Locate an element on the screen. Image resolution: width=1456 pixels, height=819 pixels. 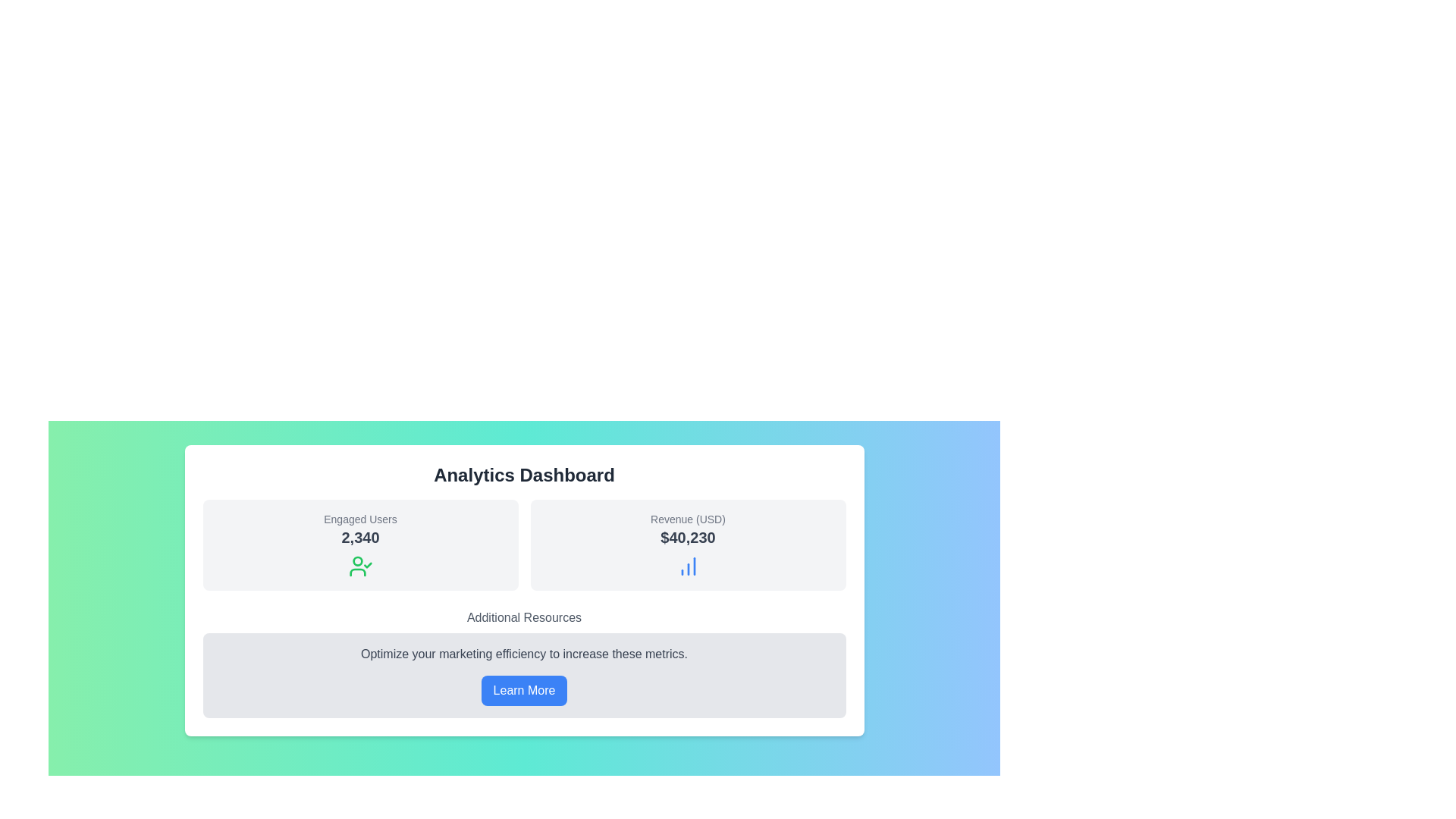
Statistical card element displaying 'Engaged Users' with the value '2,340' and a user checkmark icon, located in the top-left corner of the grid layout is located at coordinates (359, 544).